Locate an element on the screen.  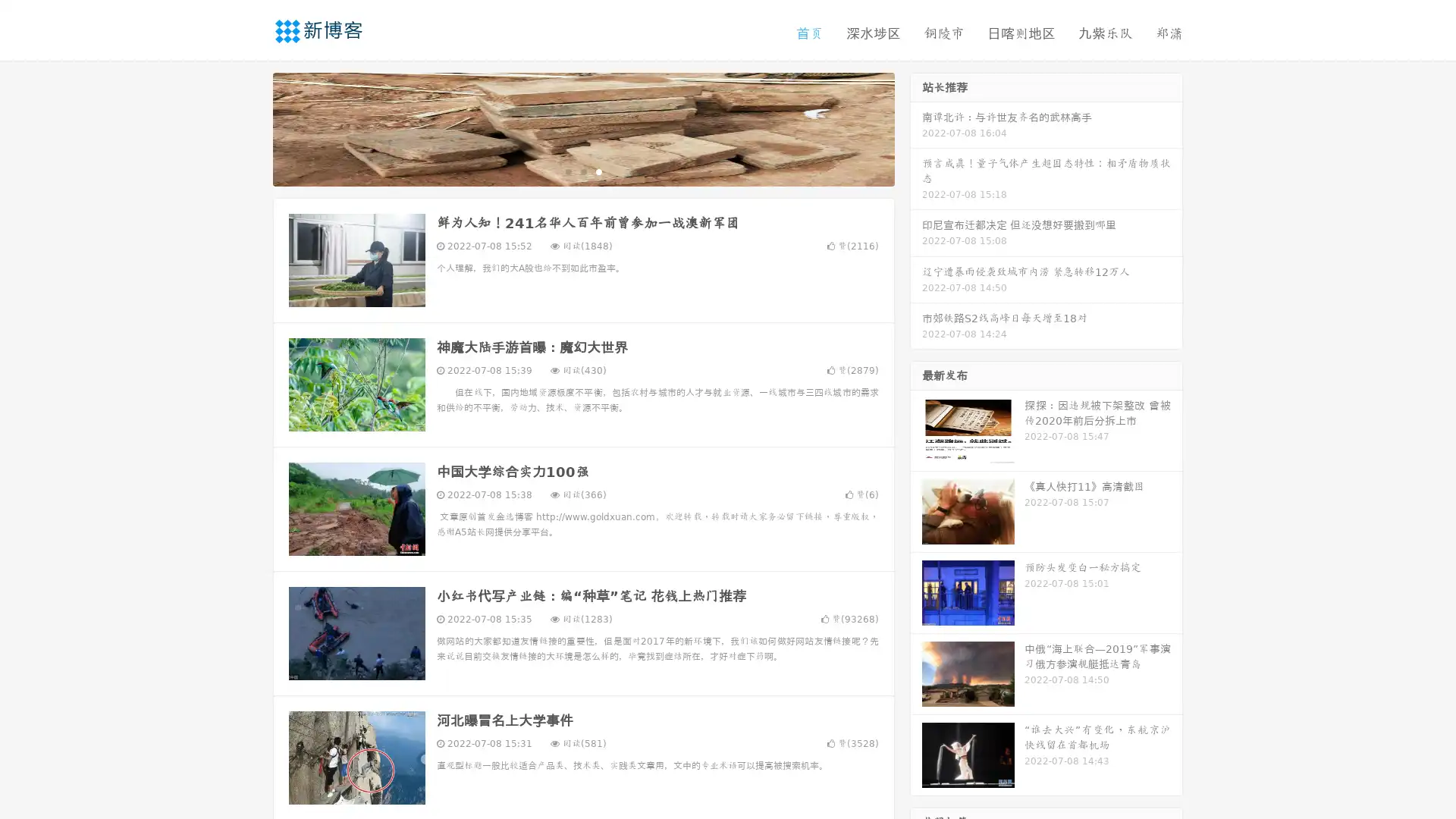
Next slide is located at coordinates (916, 127).